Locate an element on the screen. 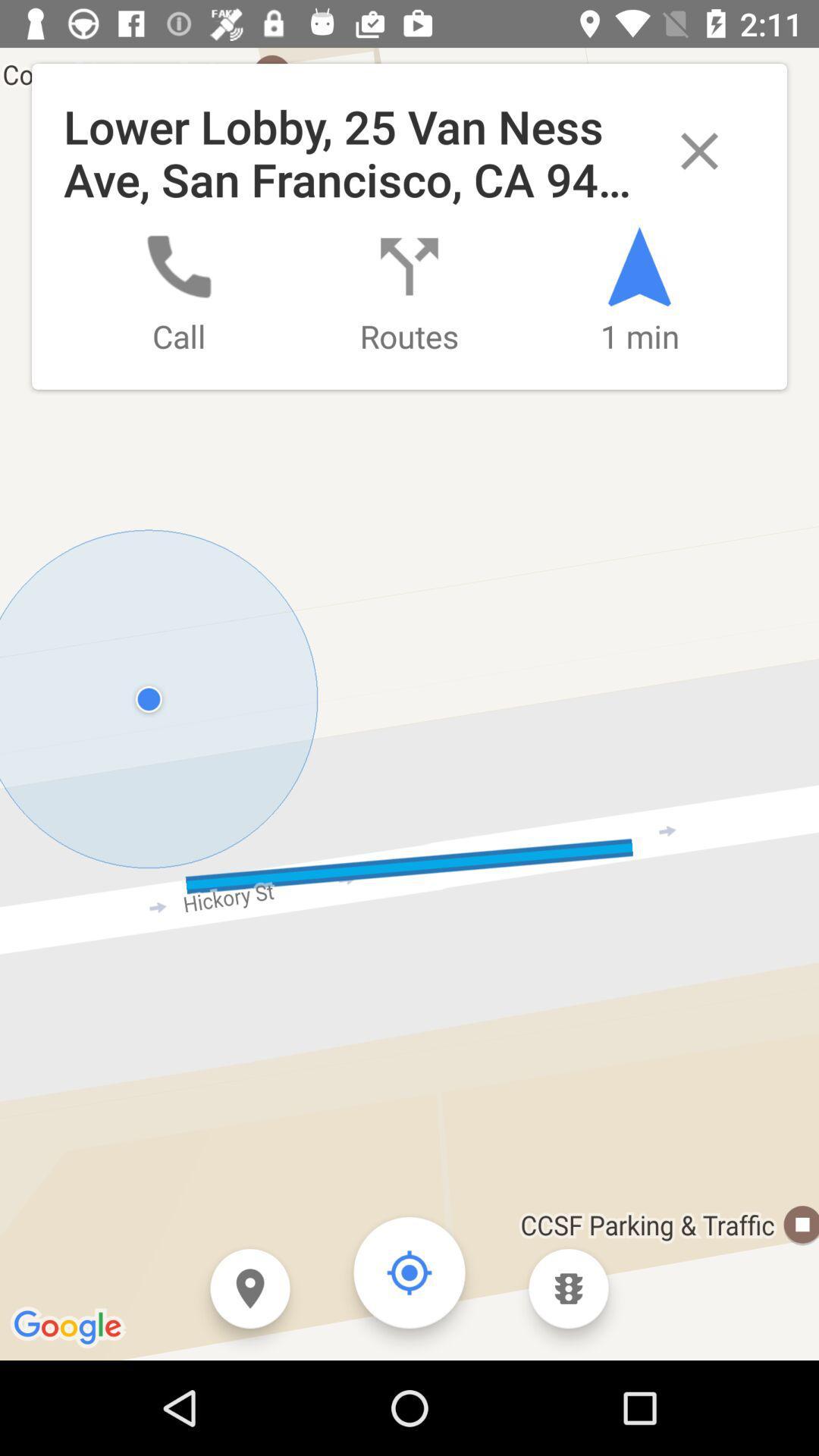  location is located at coordinates (249, 1288).